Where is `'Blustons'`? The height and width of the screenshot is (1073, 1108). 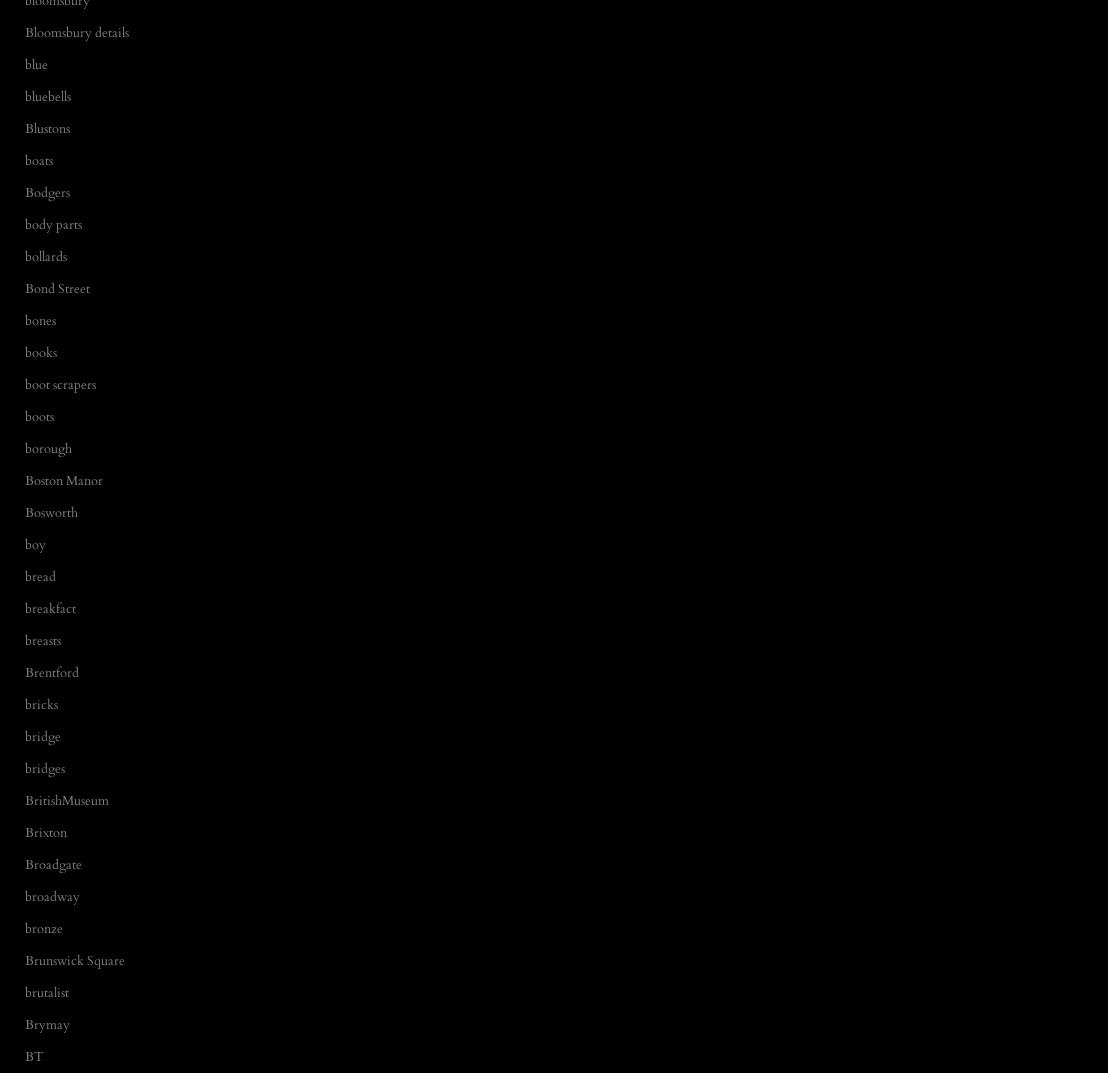
'Blustons' is located at coordinates (25, 127).